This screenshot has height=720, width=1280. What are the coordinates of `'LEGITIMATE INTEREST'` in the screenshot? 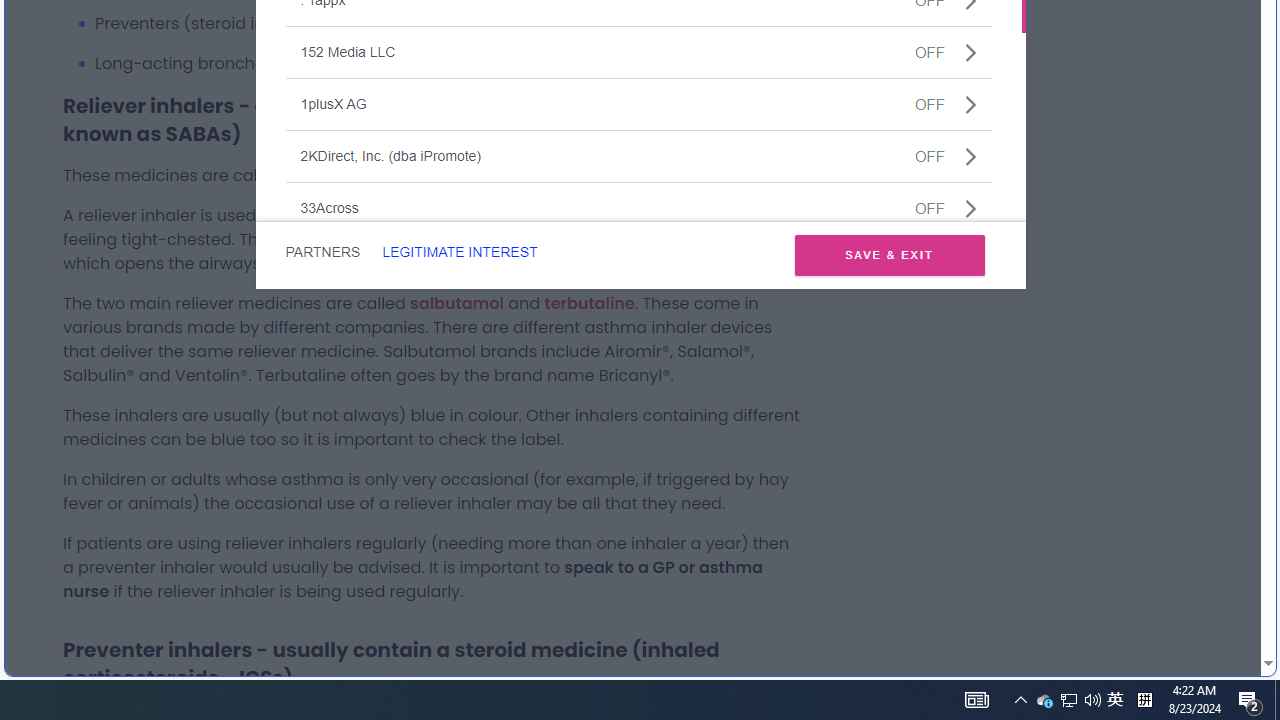 It's located at (458, 250).